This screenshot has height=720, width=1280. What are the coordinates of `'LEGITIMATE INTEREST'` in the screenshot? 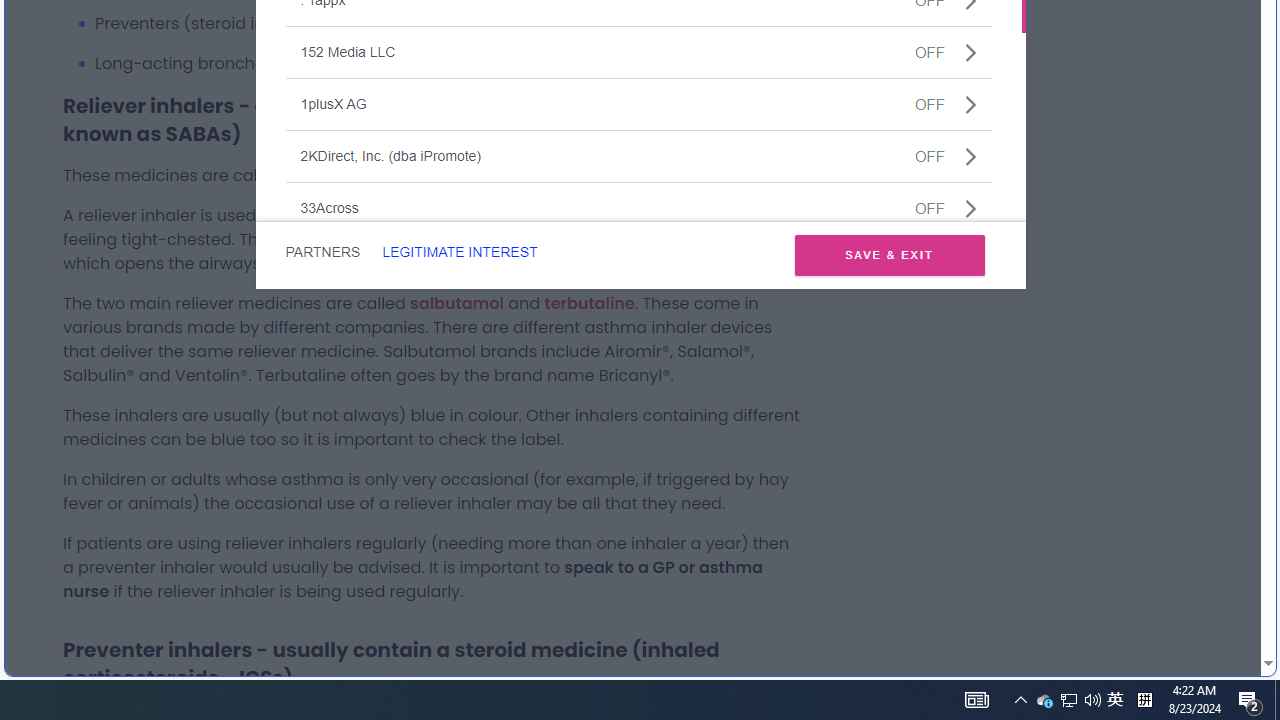 It's located at (458, 250).